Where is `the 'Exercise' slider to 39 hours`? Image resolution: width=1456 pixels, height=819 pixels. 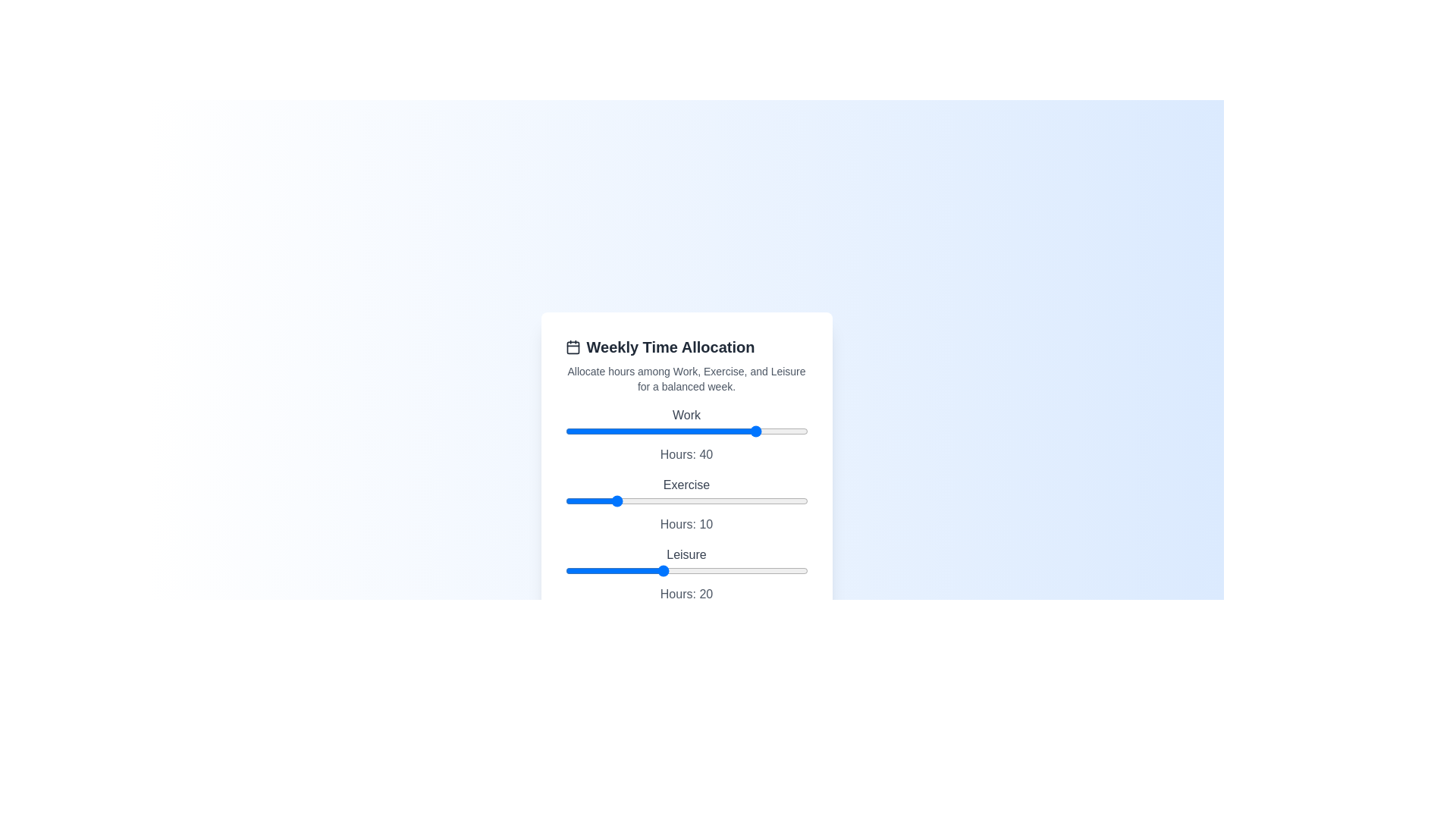 the 'Exercise' slider to 39 hours is located at coordinates (755, 500).